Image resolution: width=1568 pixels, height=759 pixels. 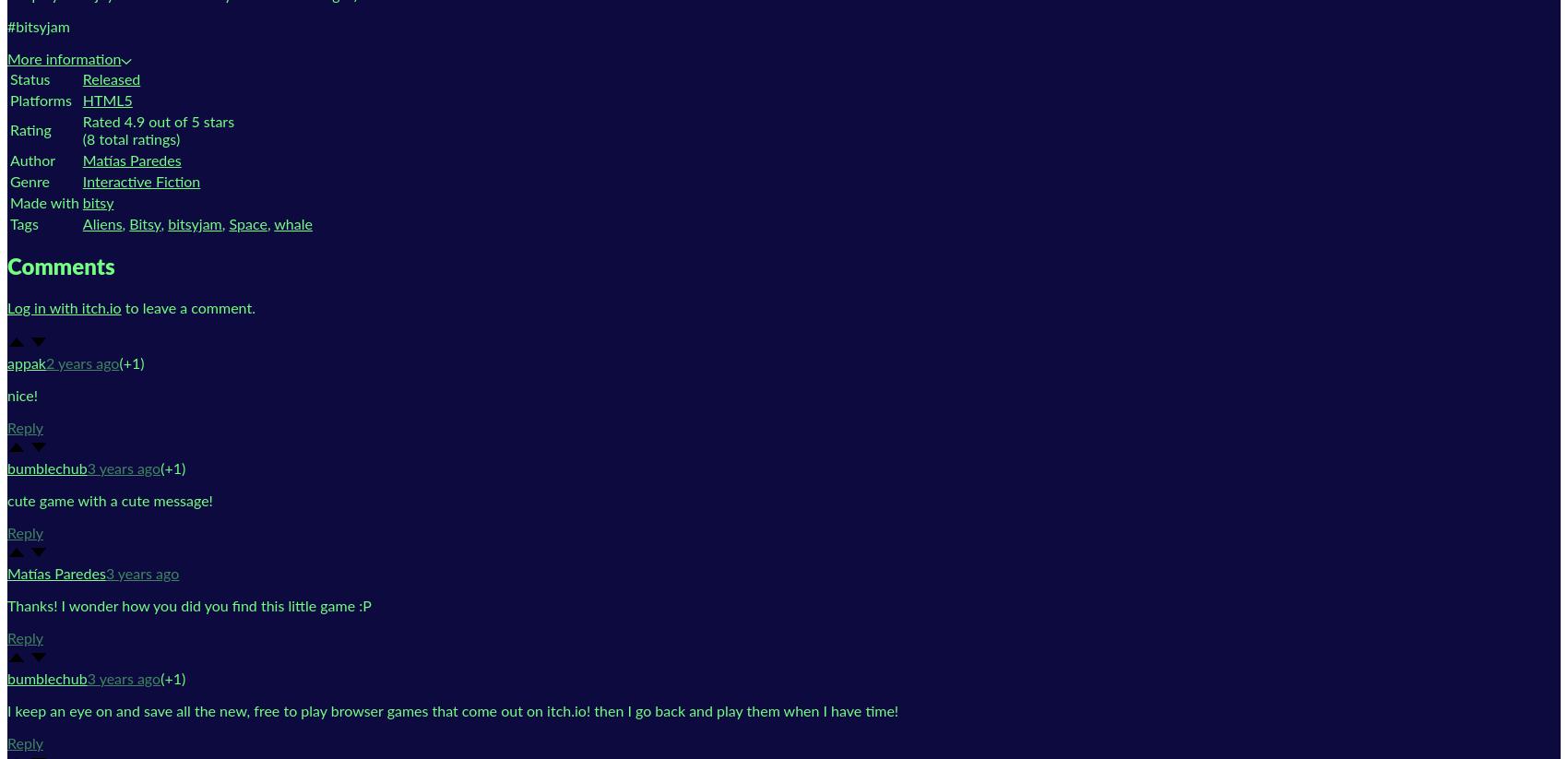 What do you see at coordinates (24, 223) in the screenshot?
I see `'Tags'` at bounding box center [24, 223].